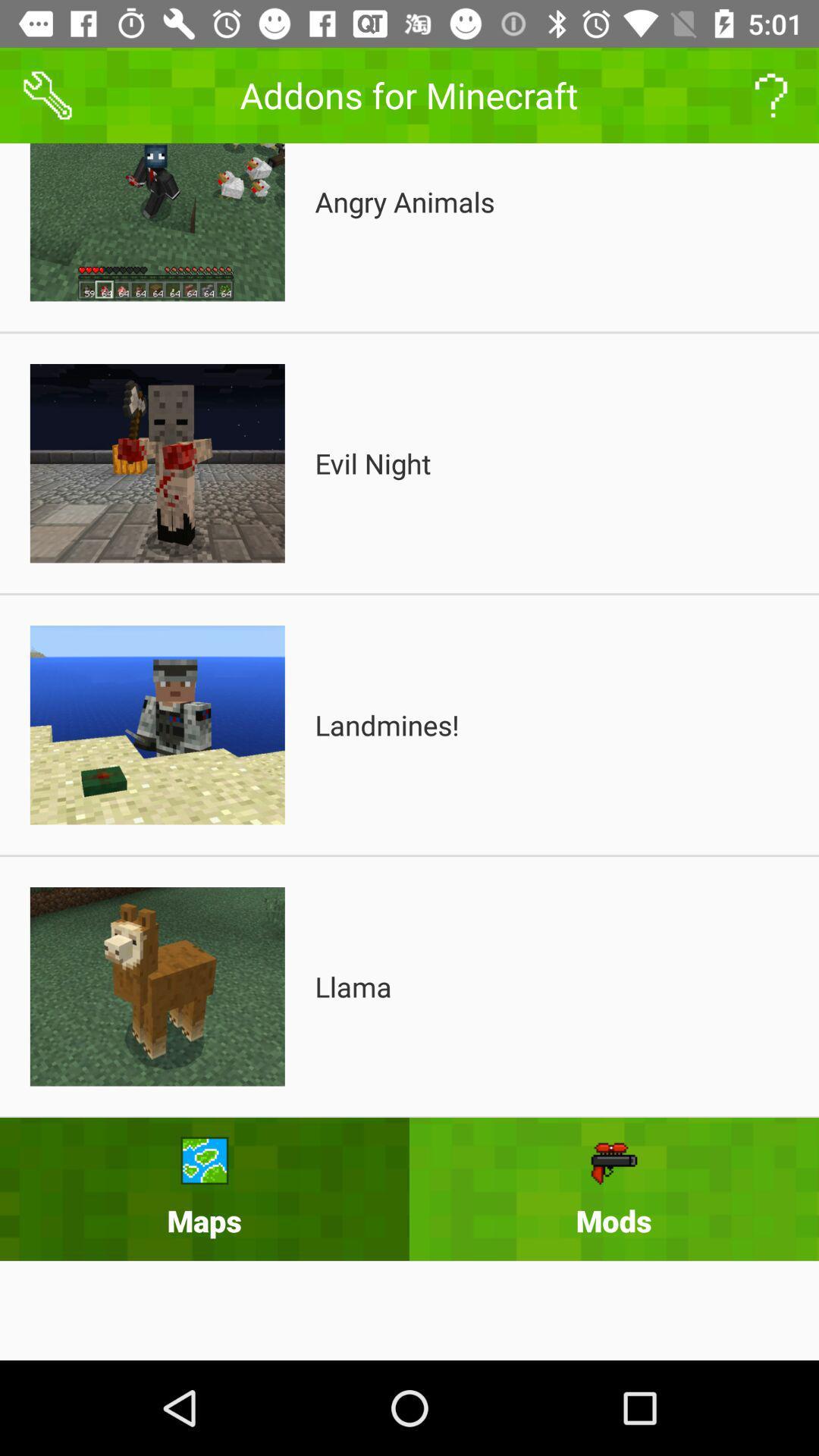  What do you see at coordinates (771, 94) in the screenshot?
I see `the help icon` at bounding box center [771, 94].